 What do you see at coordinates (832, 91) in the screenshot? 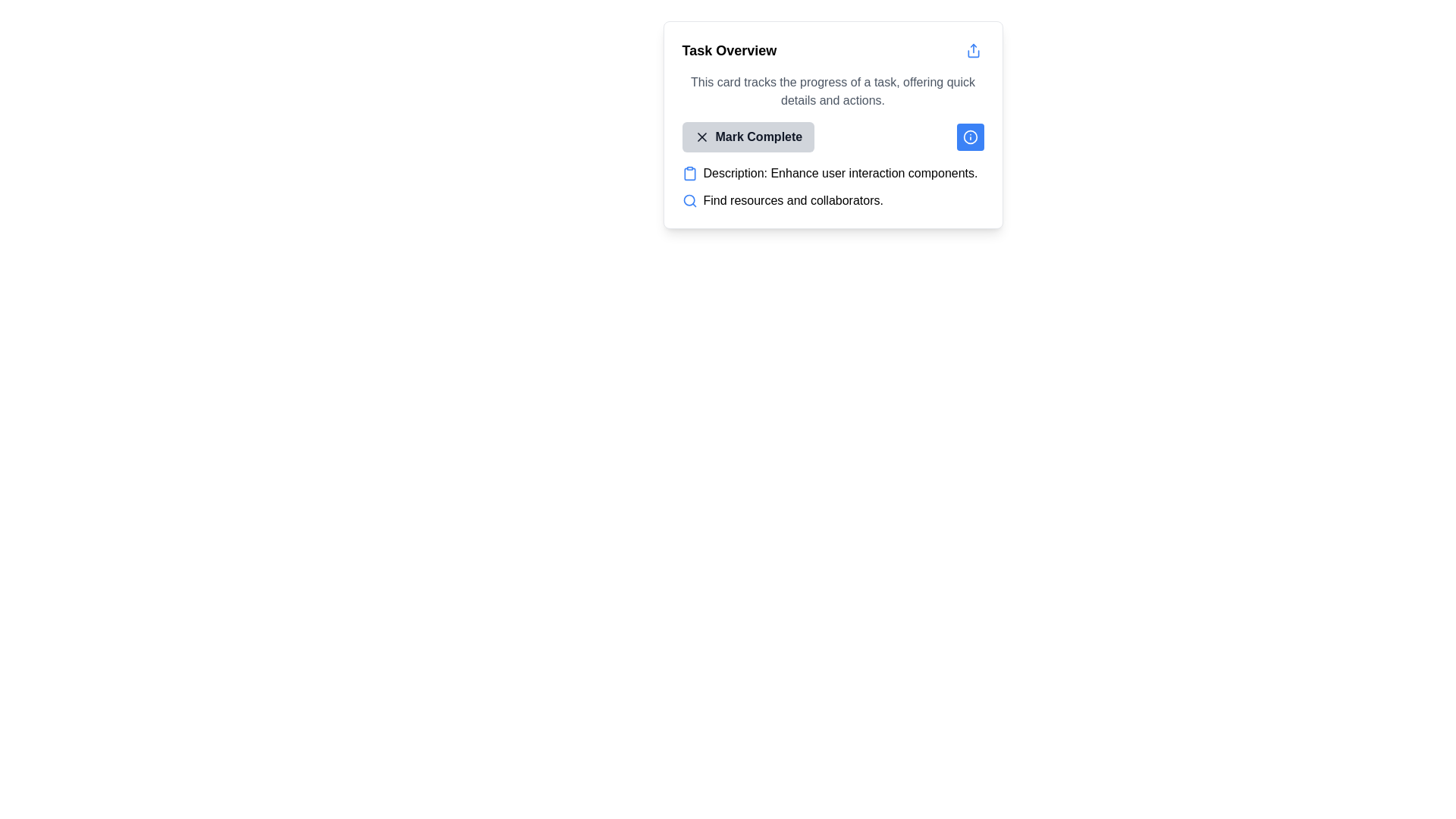
I see `the text block that provides a description for the task, located below the 'Task Overview' heading and above the 'Mark Complete' button in the card component` at bounding box center [832, 91].